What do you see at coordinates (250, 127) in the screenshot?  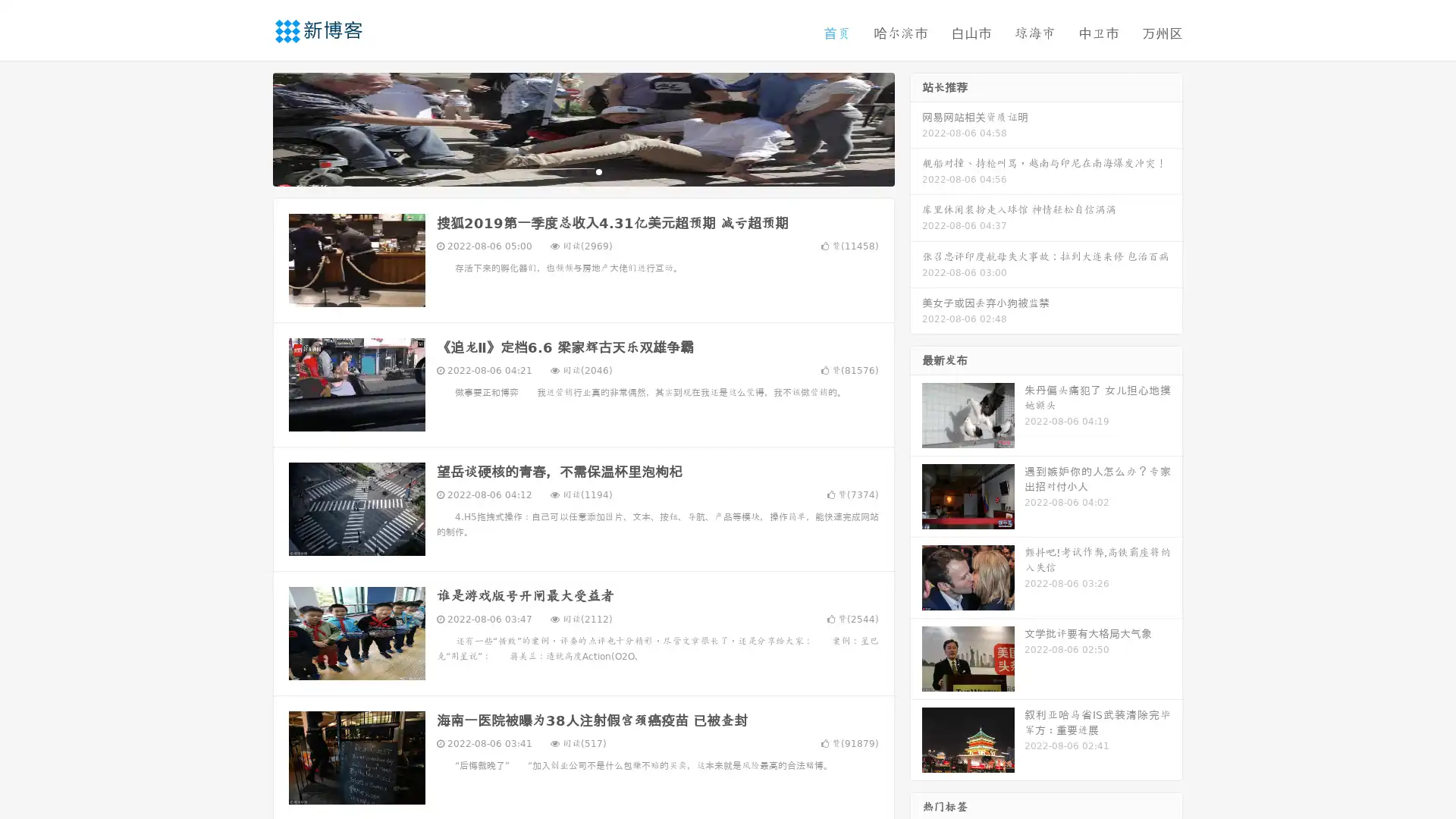 I see `Previous slide` at bounding box center [250, 127].